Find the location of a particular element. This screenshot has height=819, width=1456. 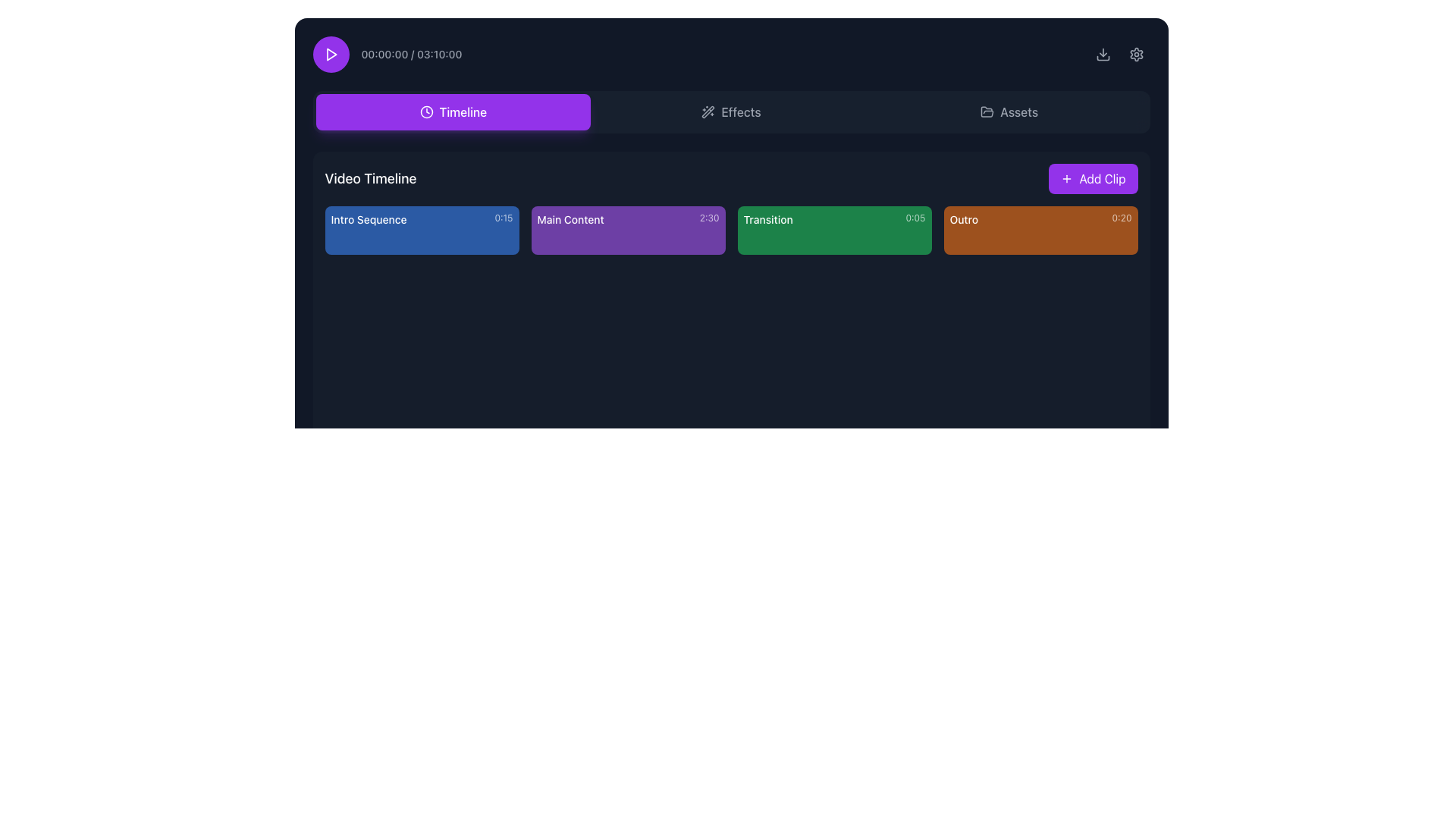

the 'time' or 'timeline' icon located on the left side of the 'Timeline' button is located at coordinates (425, 111).